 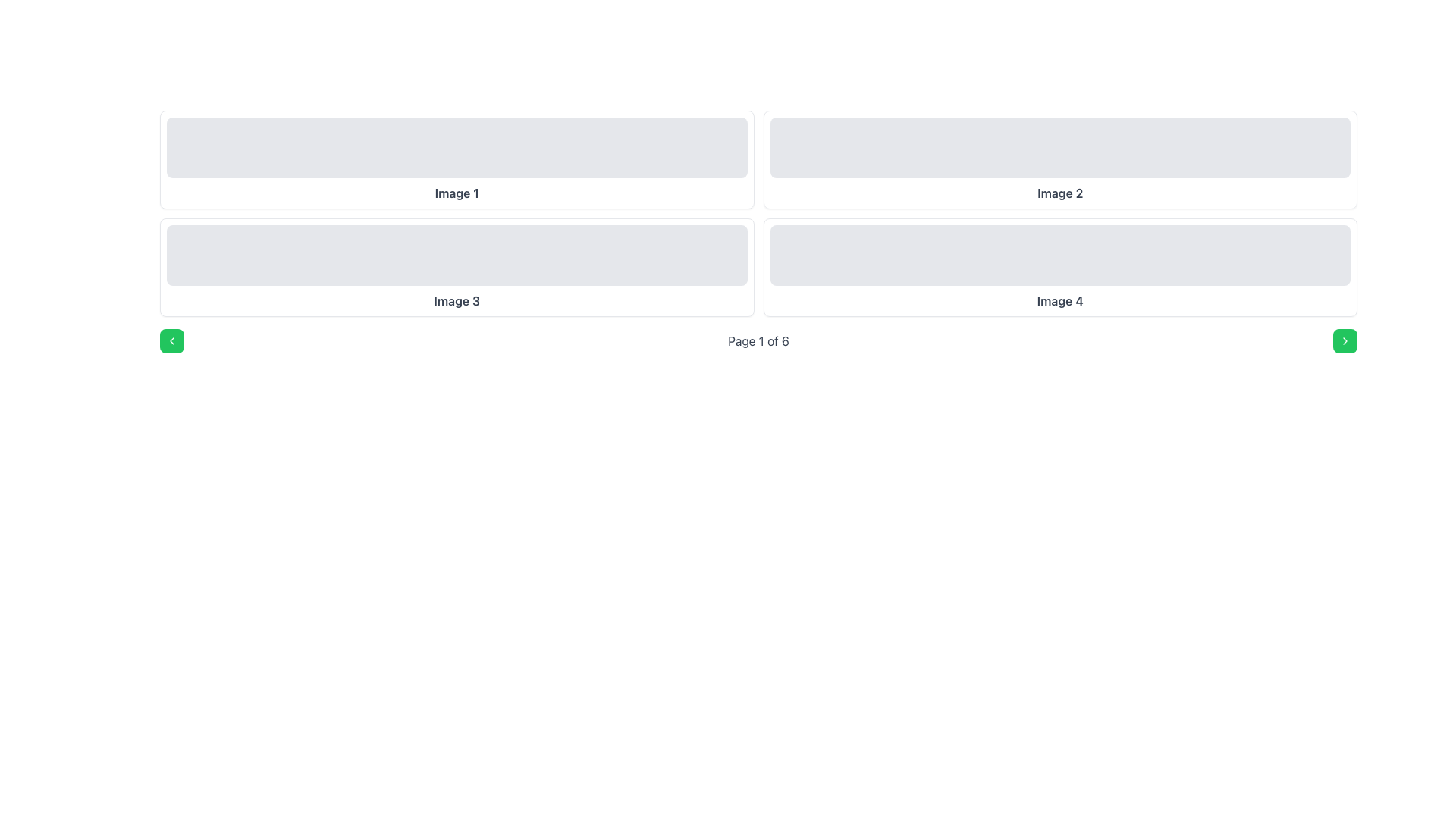 What do you see at coordinates (171, 341) in the screenshot?
I see `the small, rectangular green button with rounded corners located at the far left side of the footer` at bounding box center [171, 341].